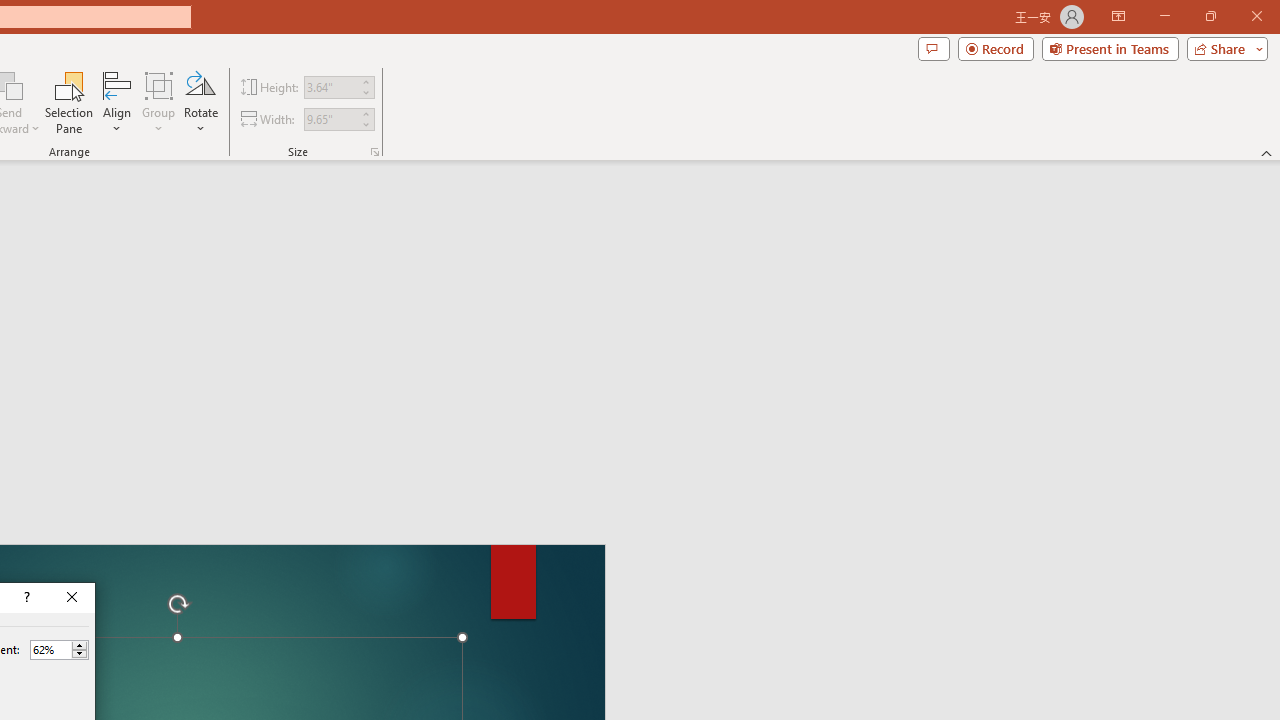 Image resolution: width=1280 pixels, height=720 pixels. What do you see at coordinates (25, 596) in the screenshot?
I see `'Context help'` at bounding box center [25, 596].